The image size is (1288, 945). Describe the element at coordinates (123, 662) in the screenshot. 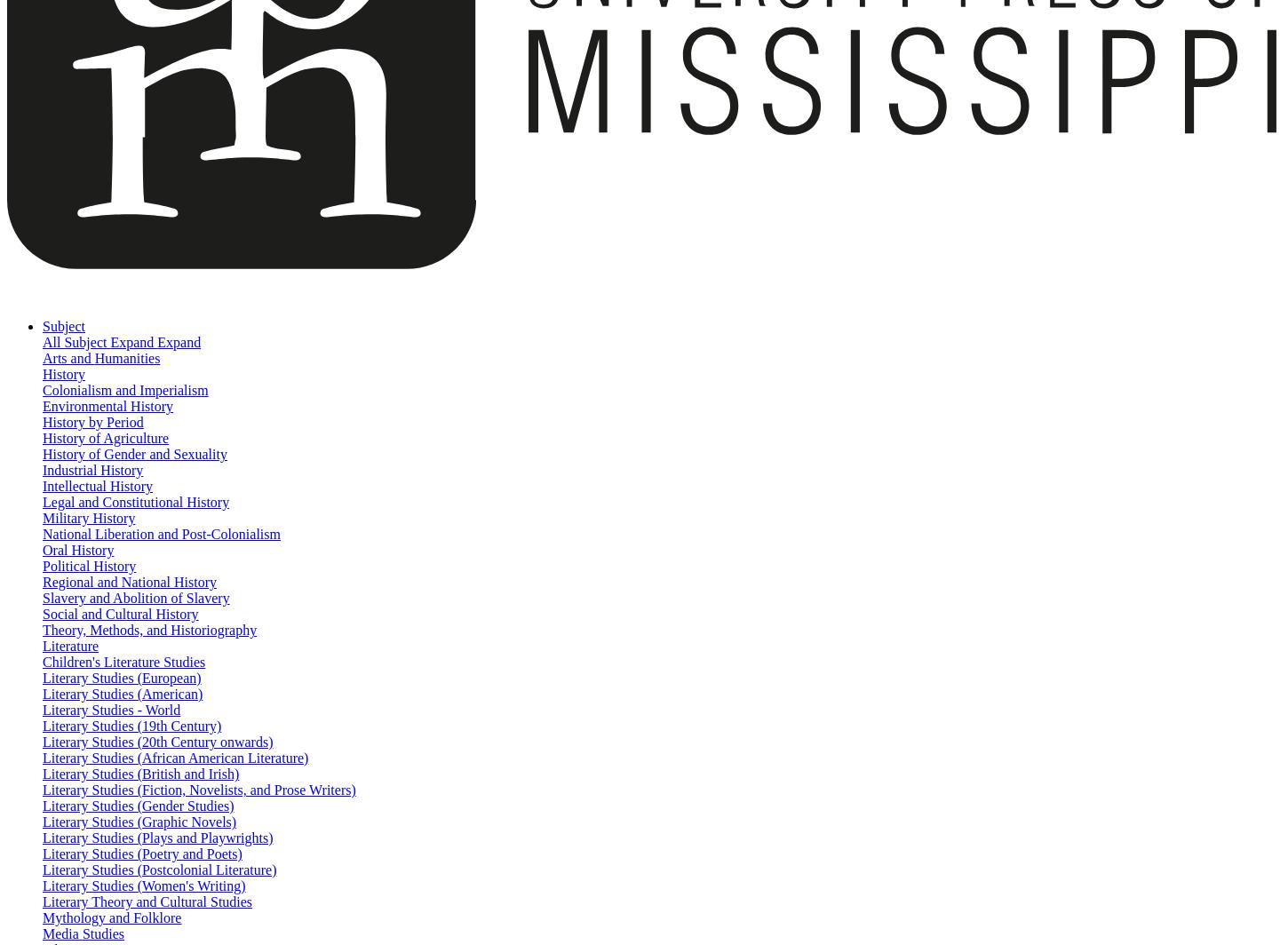

I see `'Children's Literature Studies'` at that location.